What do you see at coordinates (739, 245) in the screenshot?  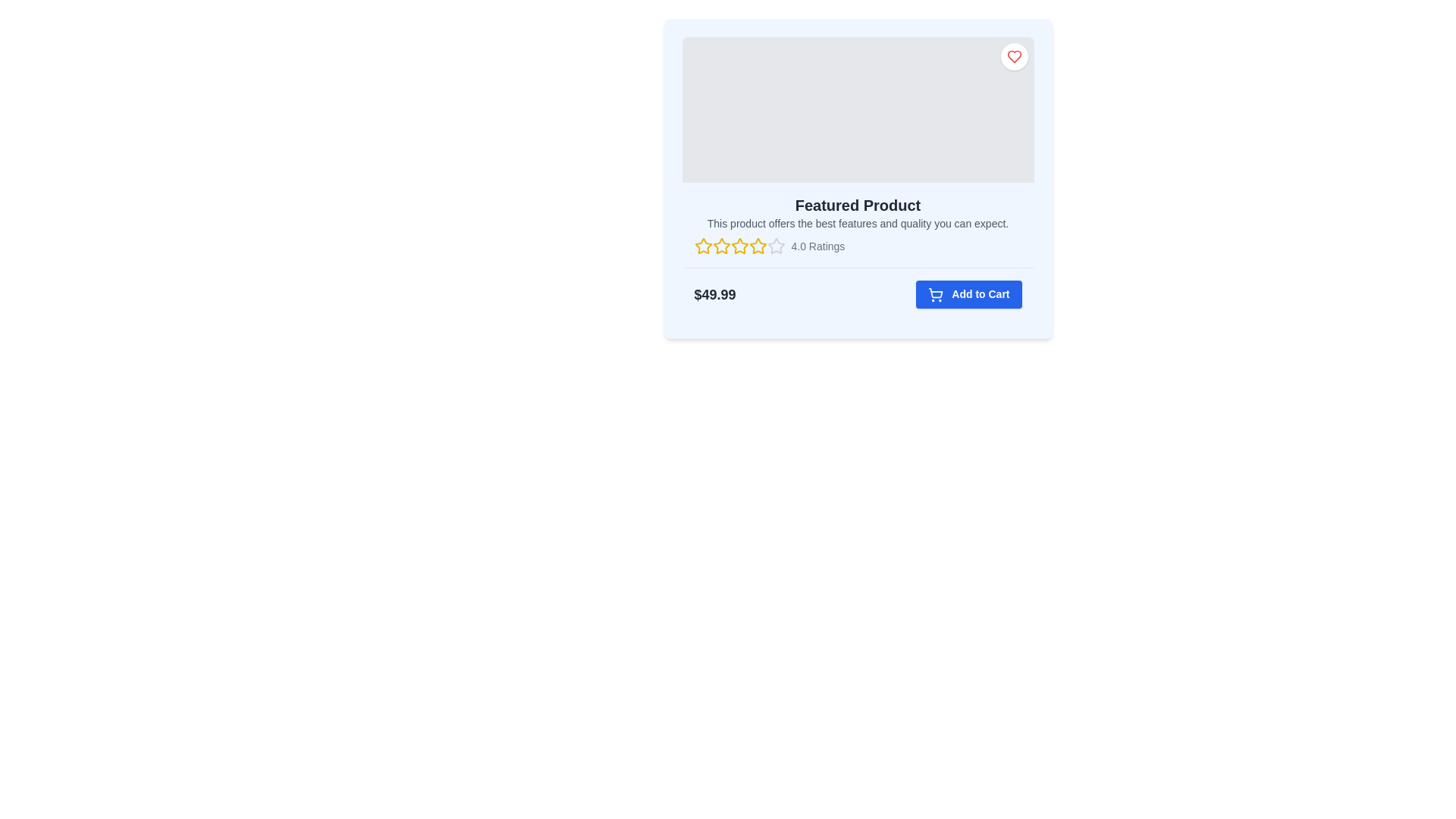 I see `the second rating star, which is a star-shaped icon with a yellow outline and a hollow center, to rate with 2 stars` at bounding box center [739, 245].